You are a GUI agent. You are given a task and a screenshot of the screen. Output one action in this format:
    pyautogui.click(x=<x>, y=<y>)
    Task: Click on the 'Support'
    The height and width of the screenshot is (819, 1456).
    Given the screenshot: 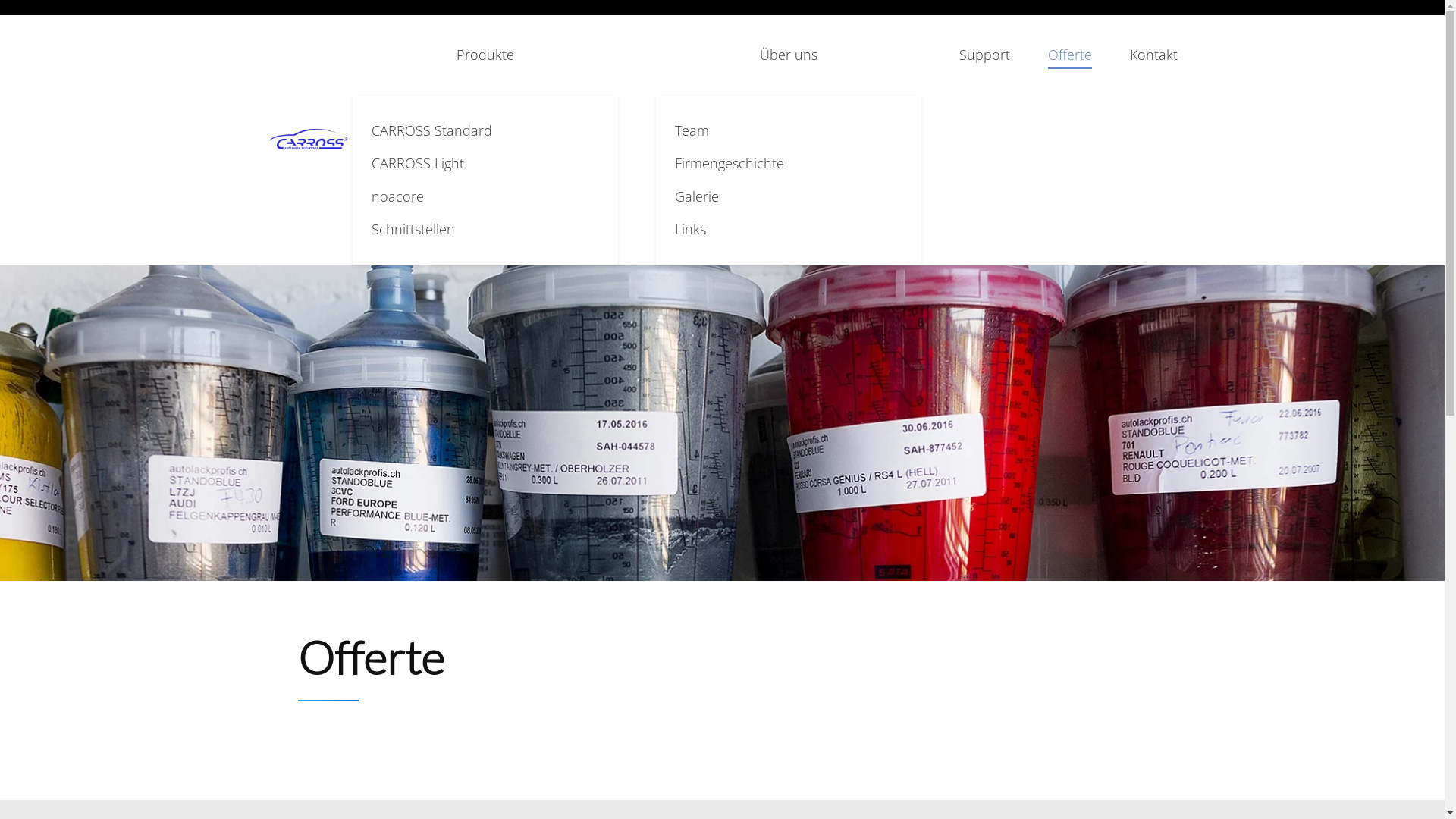 What is the action you would take?
    pyautogui.click(x=984, y=55)
    